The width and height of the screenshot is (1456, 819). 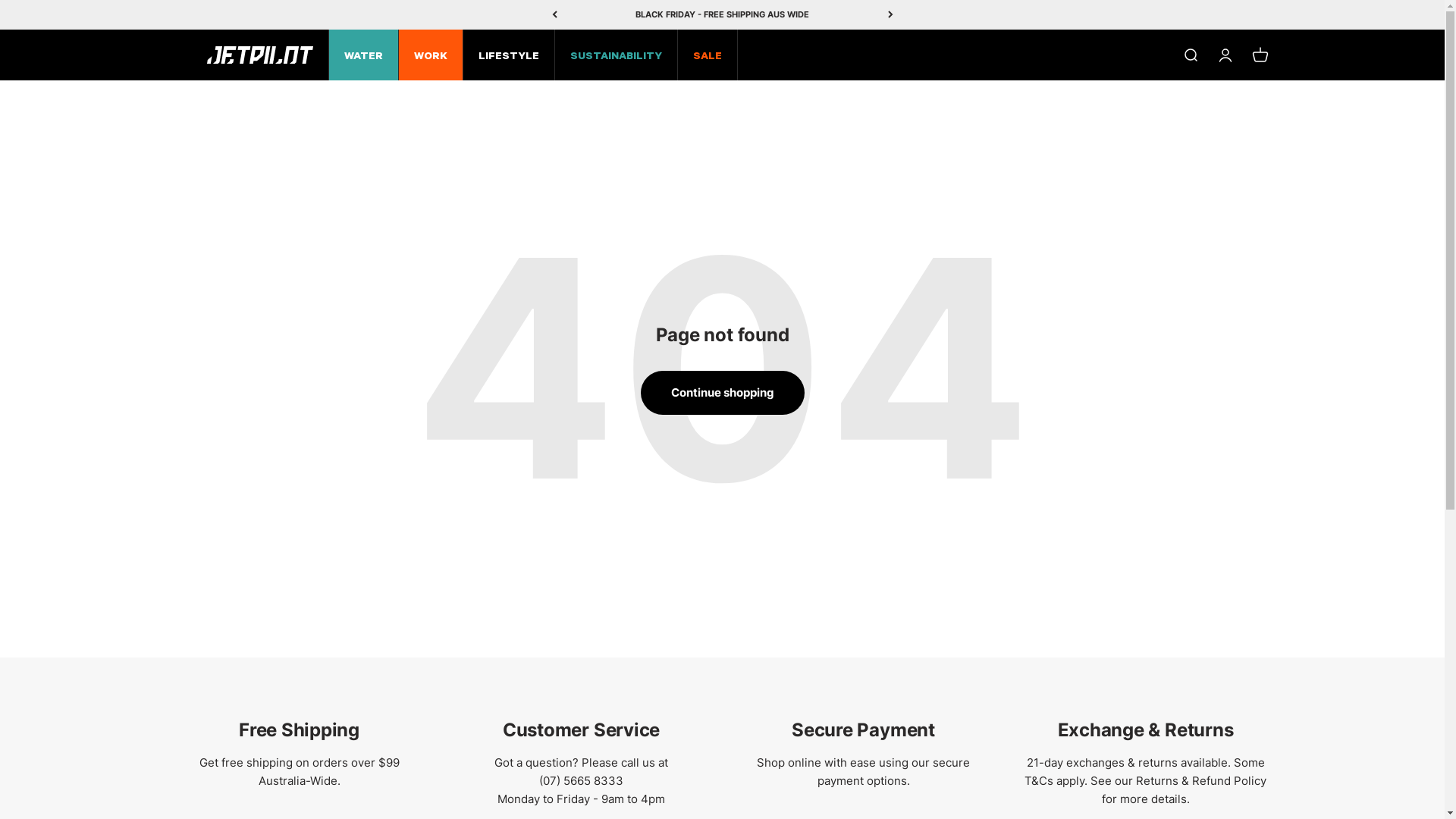 What do you see at coordinates (1259, 54) in the screenshot?
I see `'Open cart` at bounding box center [1259, 54].